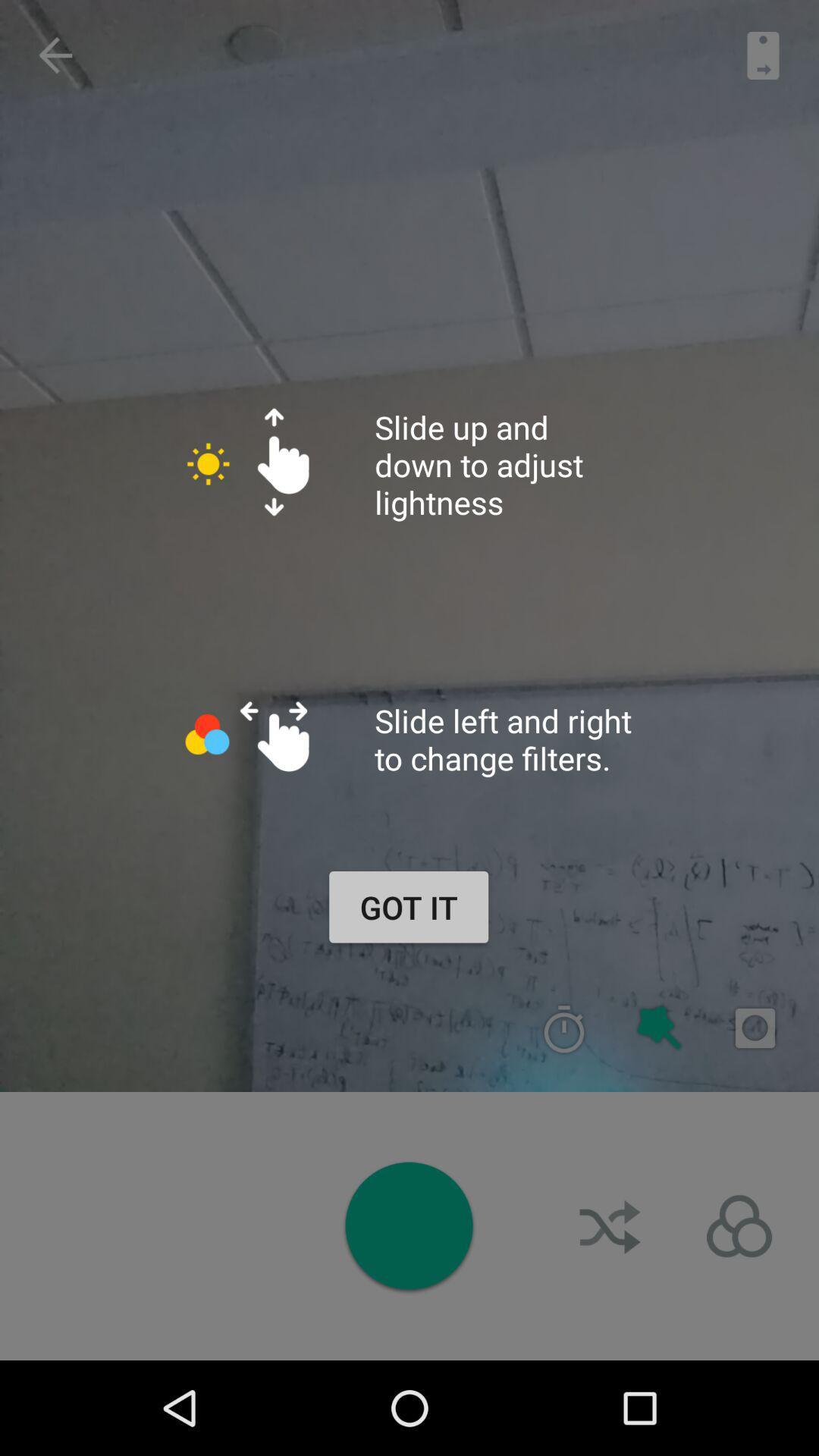 The height and width of the screenshot is (1456, 819). What do you see at coordinates (55, 55) in the screenshot?
I see `the arrow_backward icon` at bounding box center [55, 55].